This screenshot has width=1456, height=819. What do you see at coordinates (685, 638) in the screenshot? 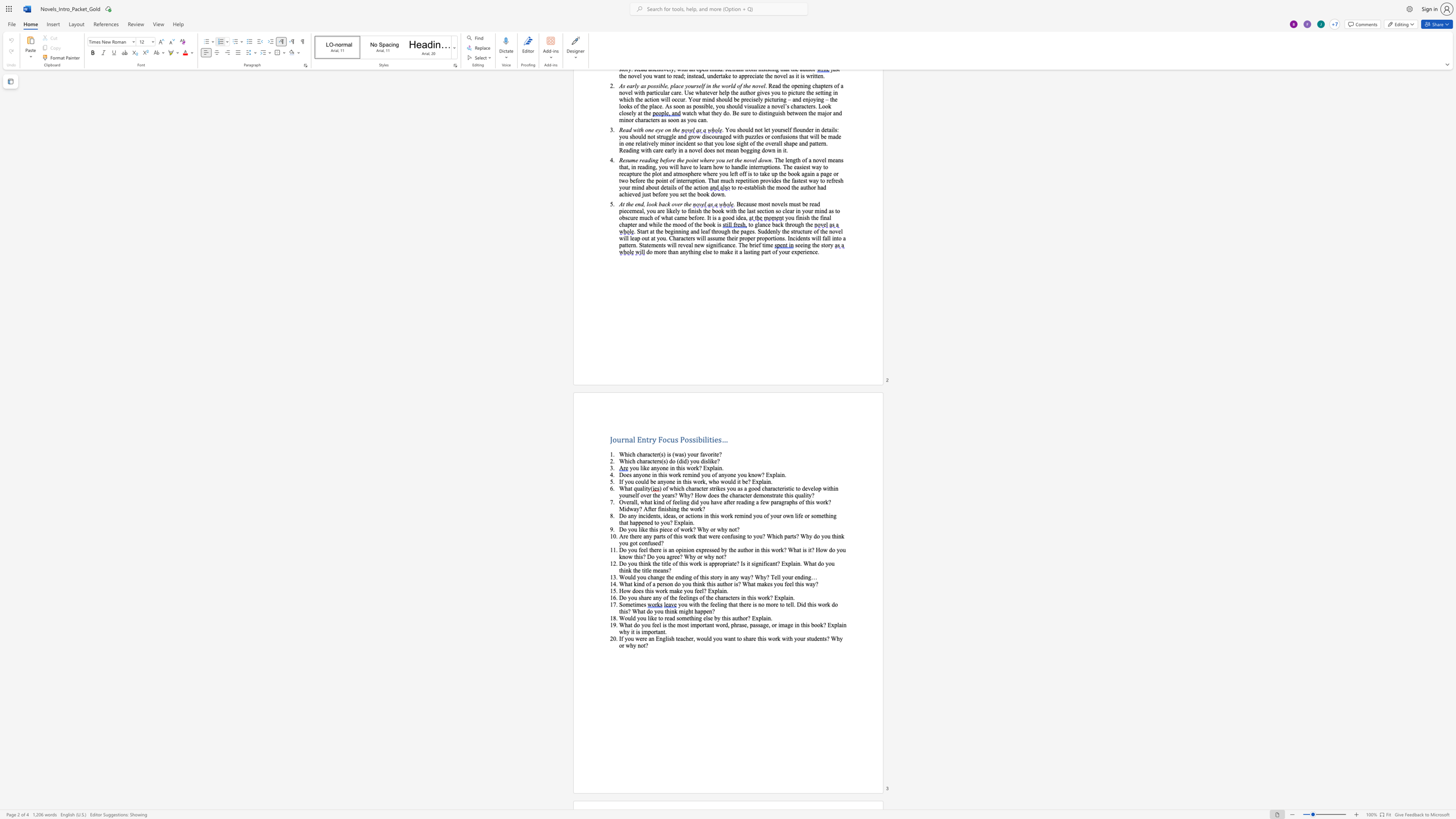
I see `the space between the continuous character "c" and "h" in the text` at bounding box center [685, 638].